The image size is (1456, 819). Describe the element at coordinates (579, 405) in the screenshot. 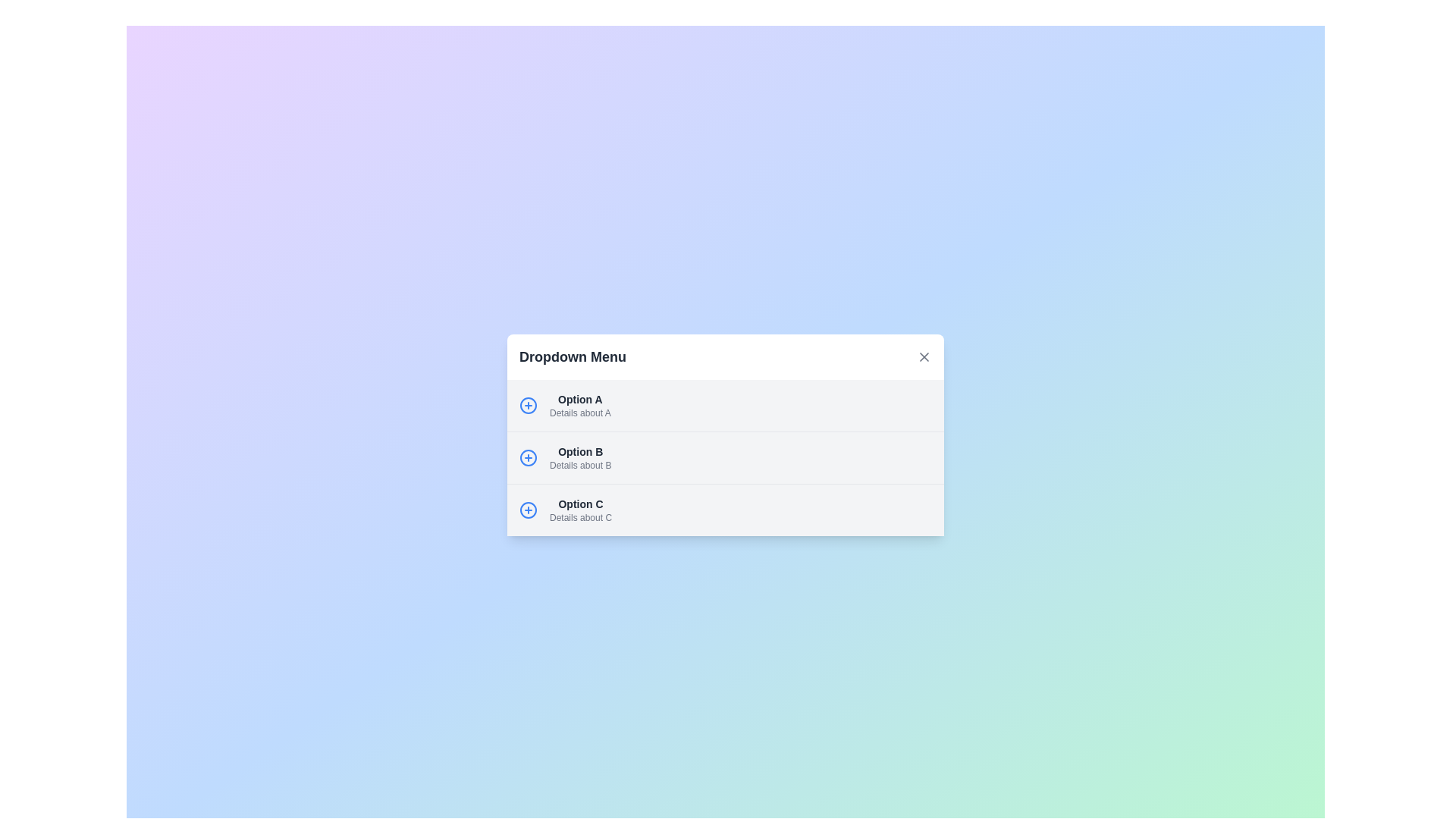

I see `the List Item element labeled 'Option A'` at that location.